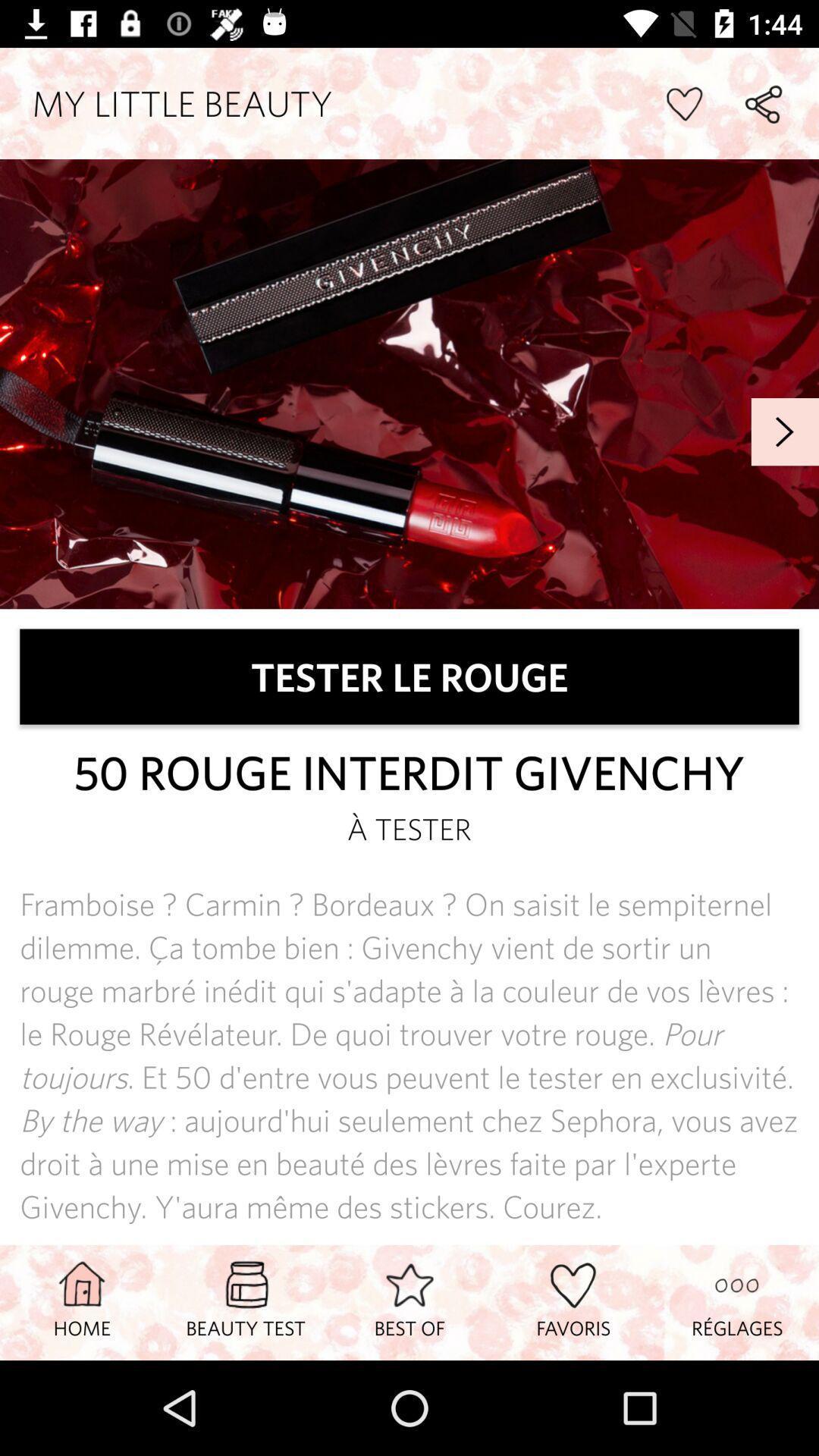 The height and width of the screenshot is (1456, 819). Describe the element at coordinates (245, 1301) in the screenshot. I see `beauty test item` at that location.